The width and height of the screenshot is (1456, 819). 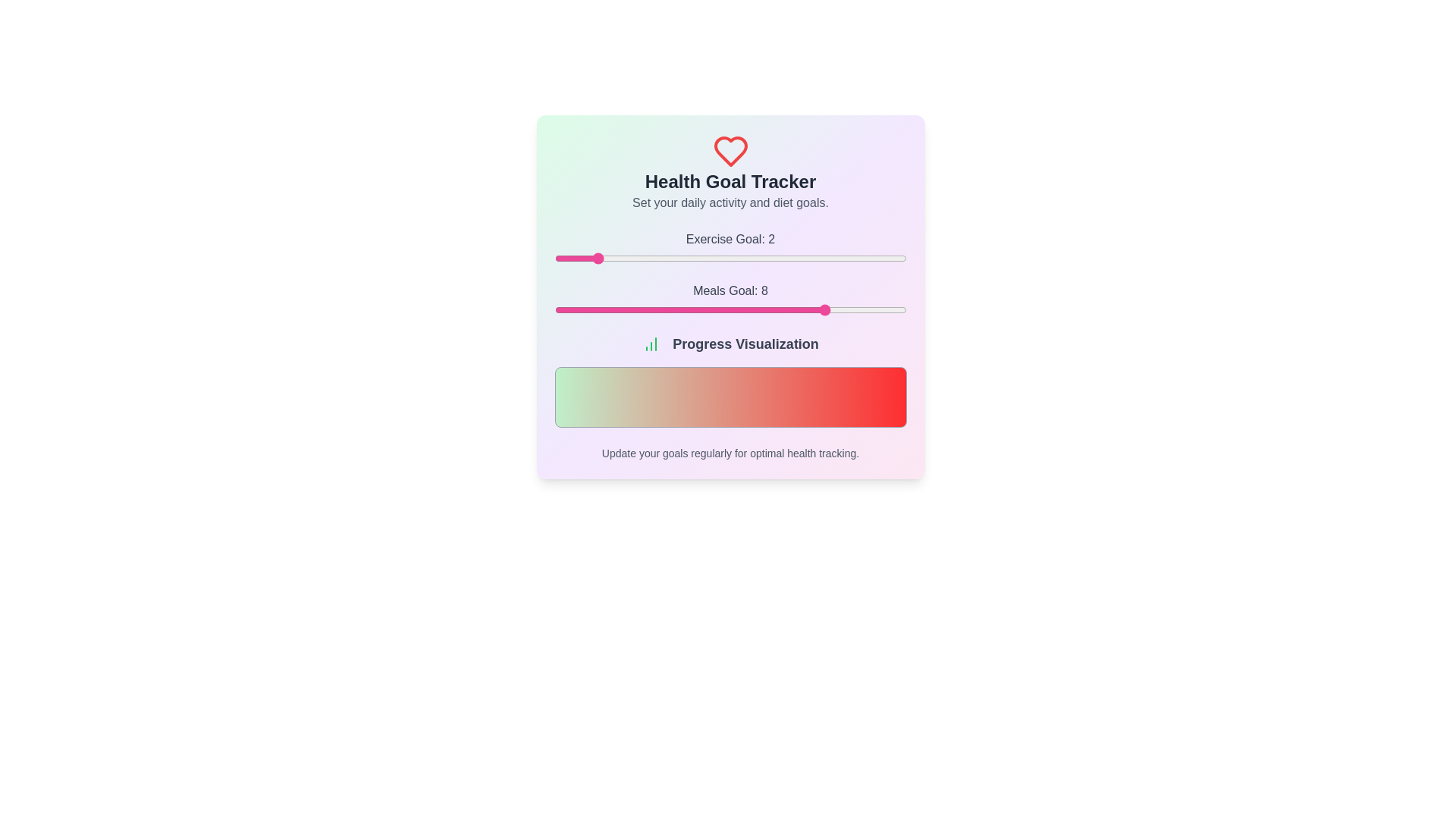 What do you see at coordinates (651, 344) in the screenshot?
I see `the Progress Visualization icon` at bounding box center [651, 344].